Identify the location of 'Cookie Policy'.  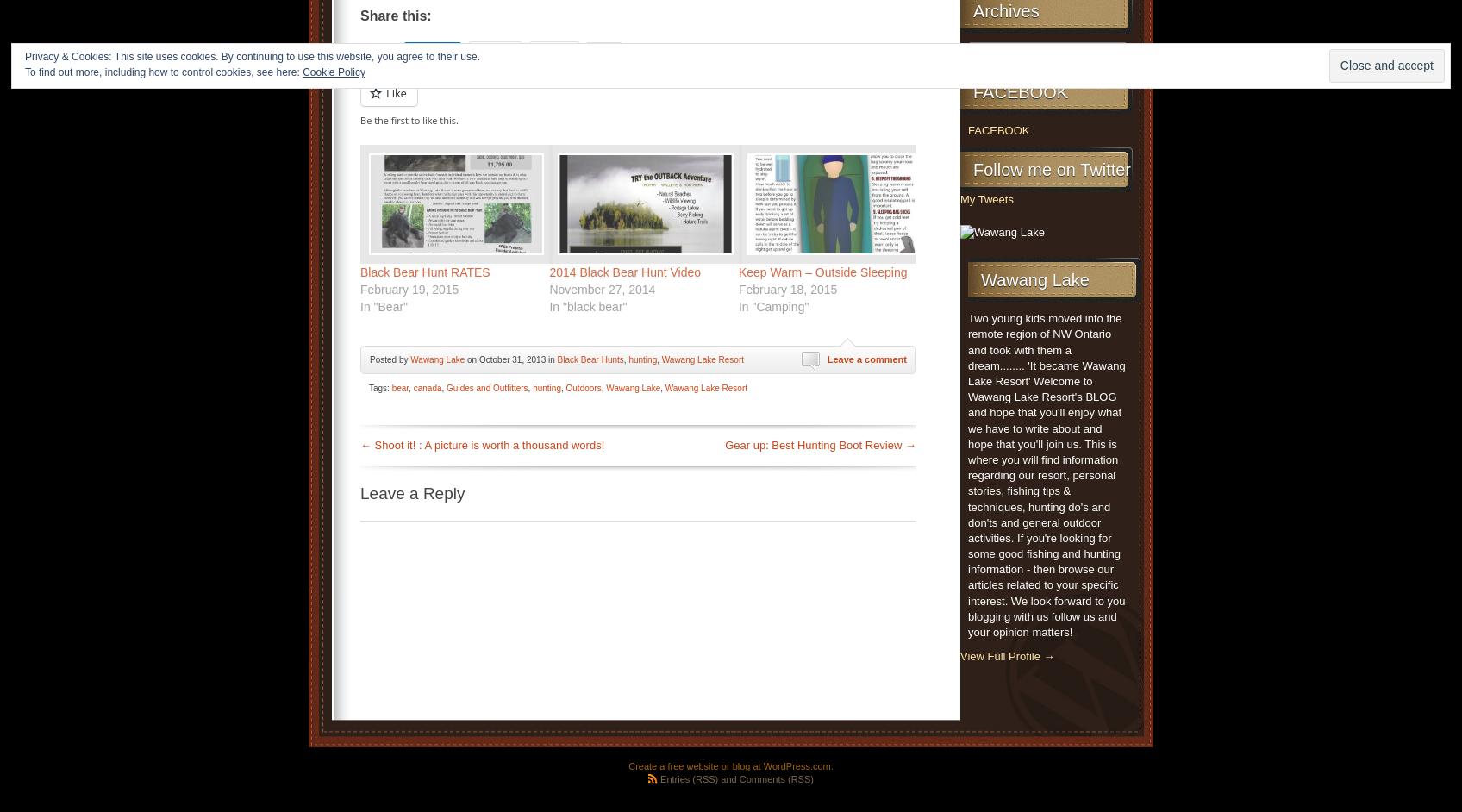
(333, 72).